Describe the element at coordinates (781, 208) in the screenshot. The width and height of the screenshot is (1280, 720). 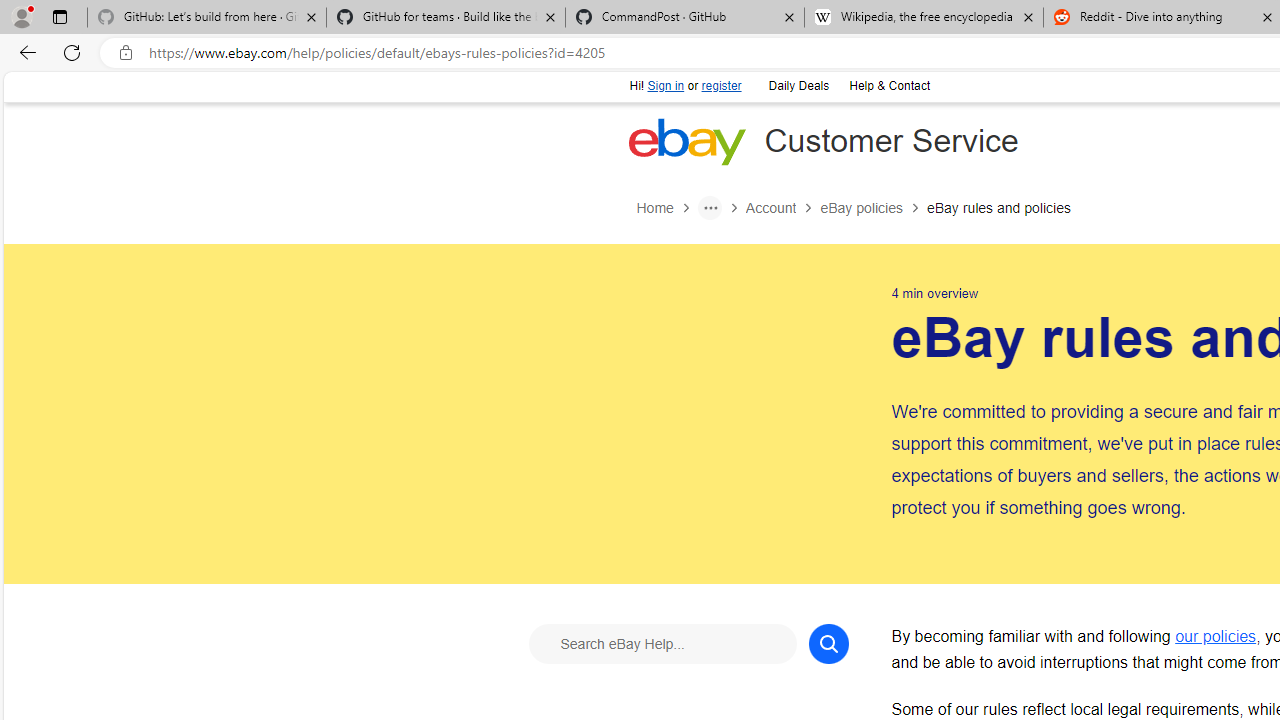
I see `'Account'` at that location.